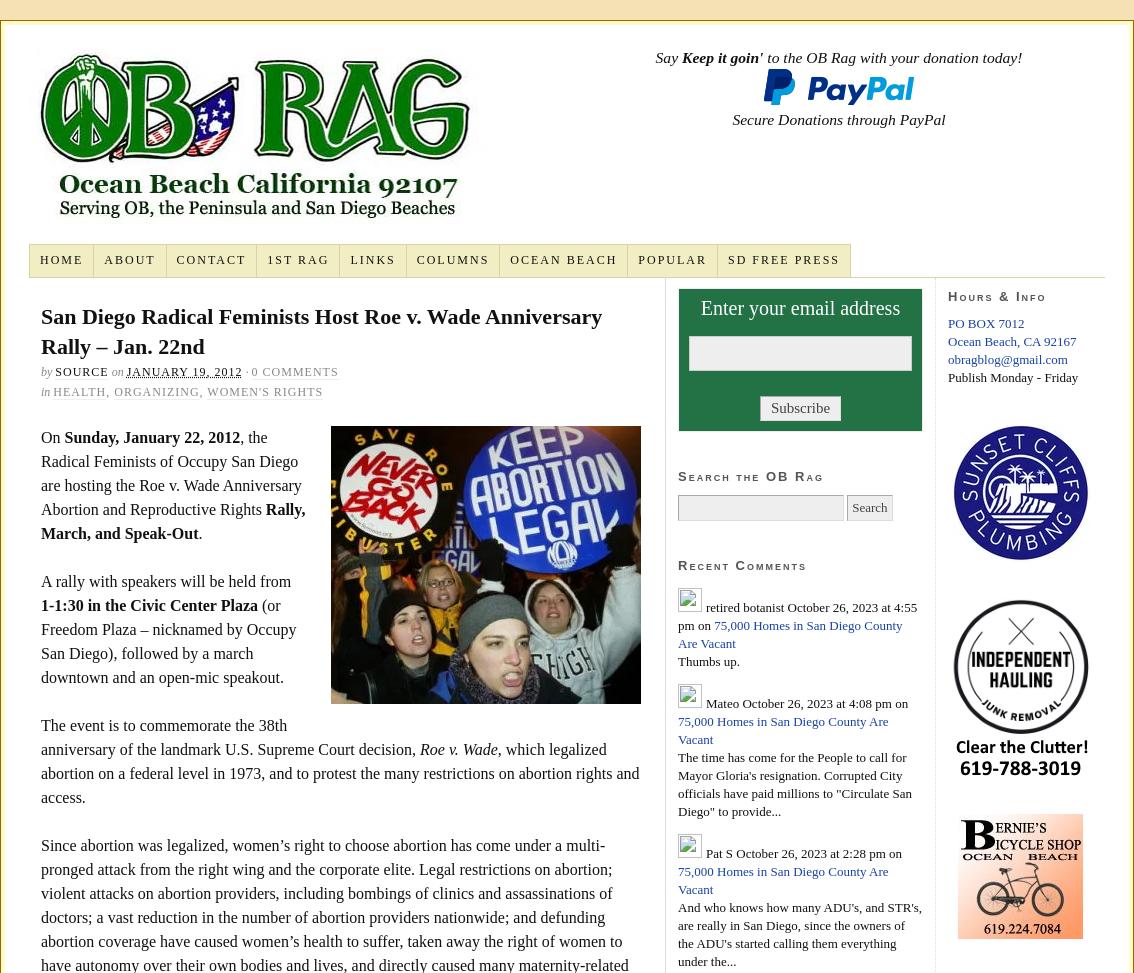 The height and width of the screenshot is (973, 1134). What do you see at coordinates (728, 258) in the screenshot?
I see `'SD Free Press'` at bounding box center [728, 258].